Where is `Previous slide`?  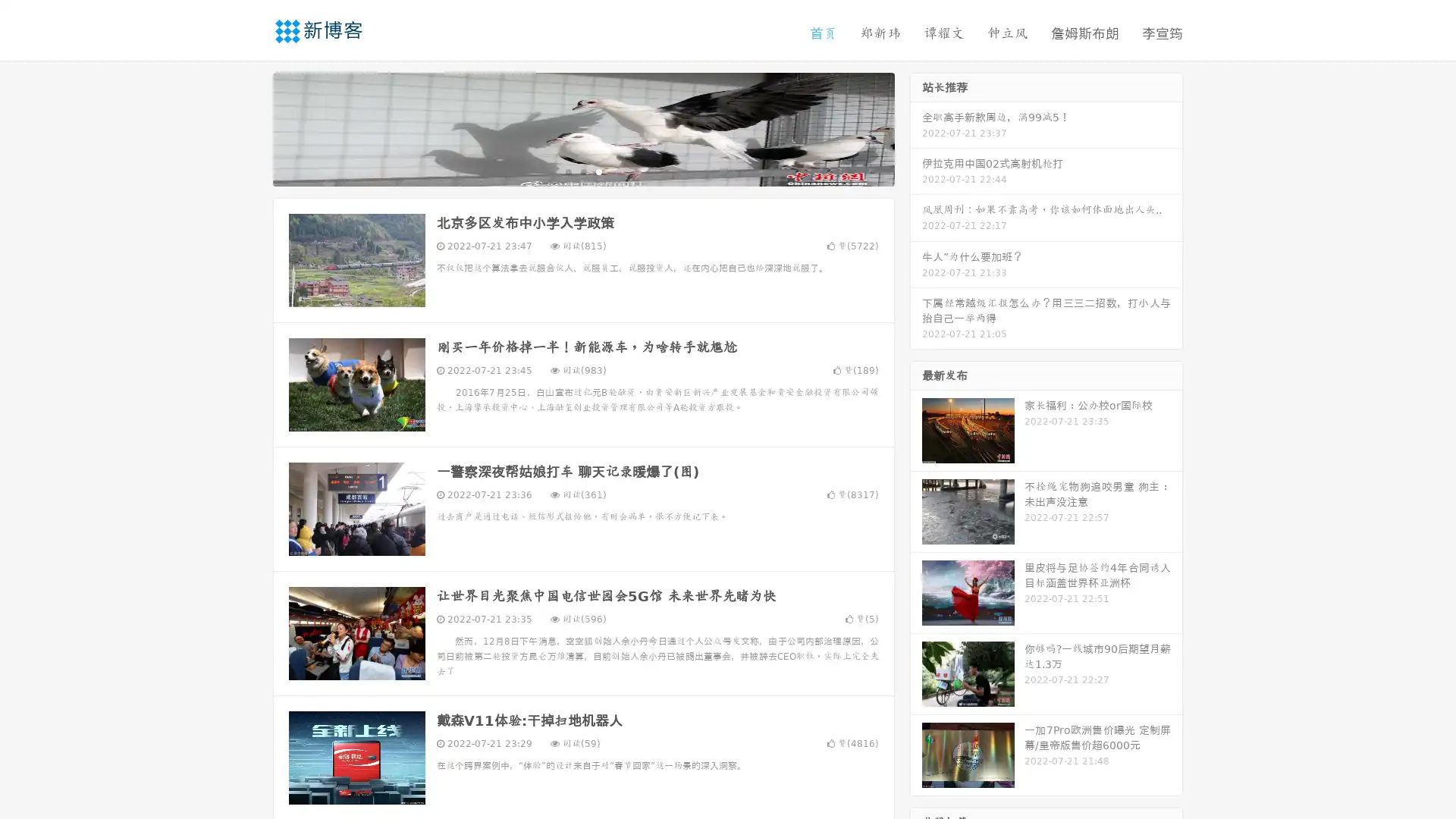
Previous slide is located at coordinates (250, 127).